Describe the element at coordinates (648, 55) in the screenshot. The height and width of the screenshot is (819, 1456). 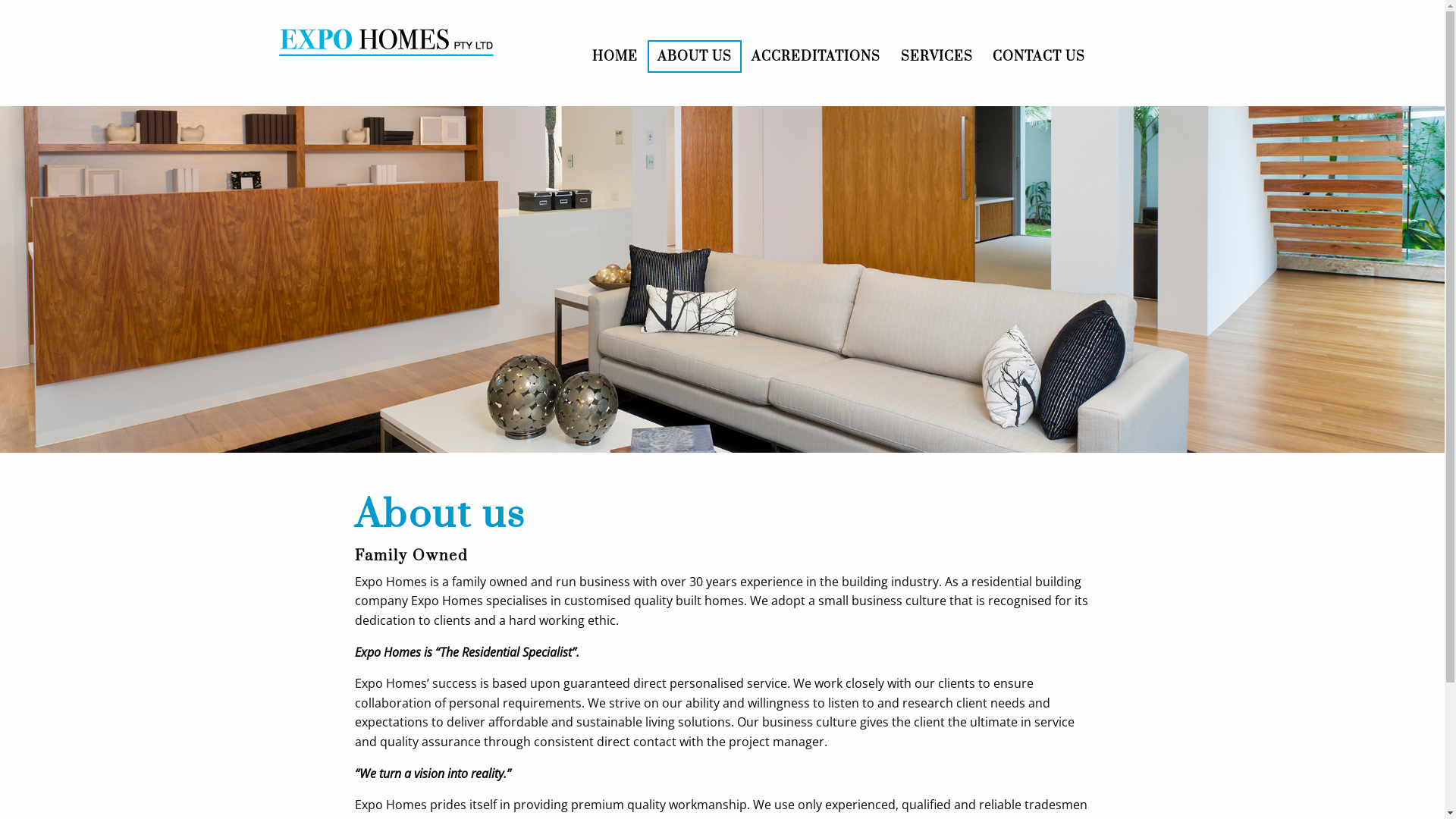
I see `'ABOUT US'` at that location.